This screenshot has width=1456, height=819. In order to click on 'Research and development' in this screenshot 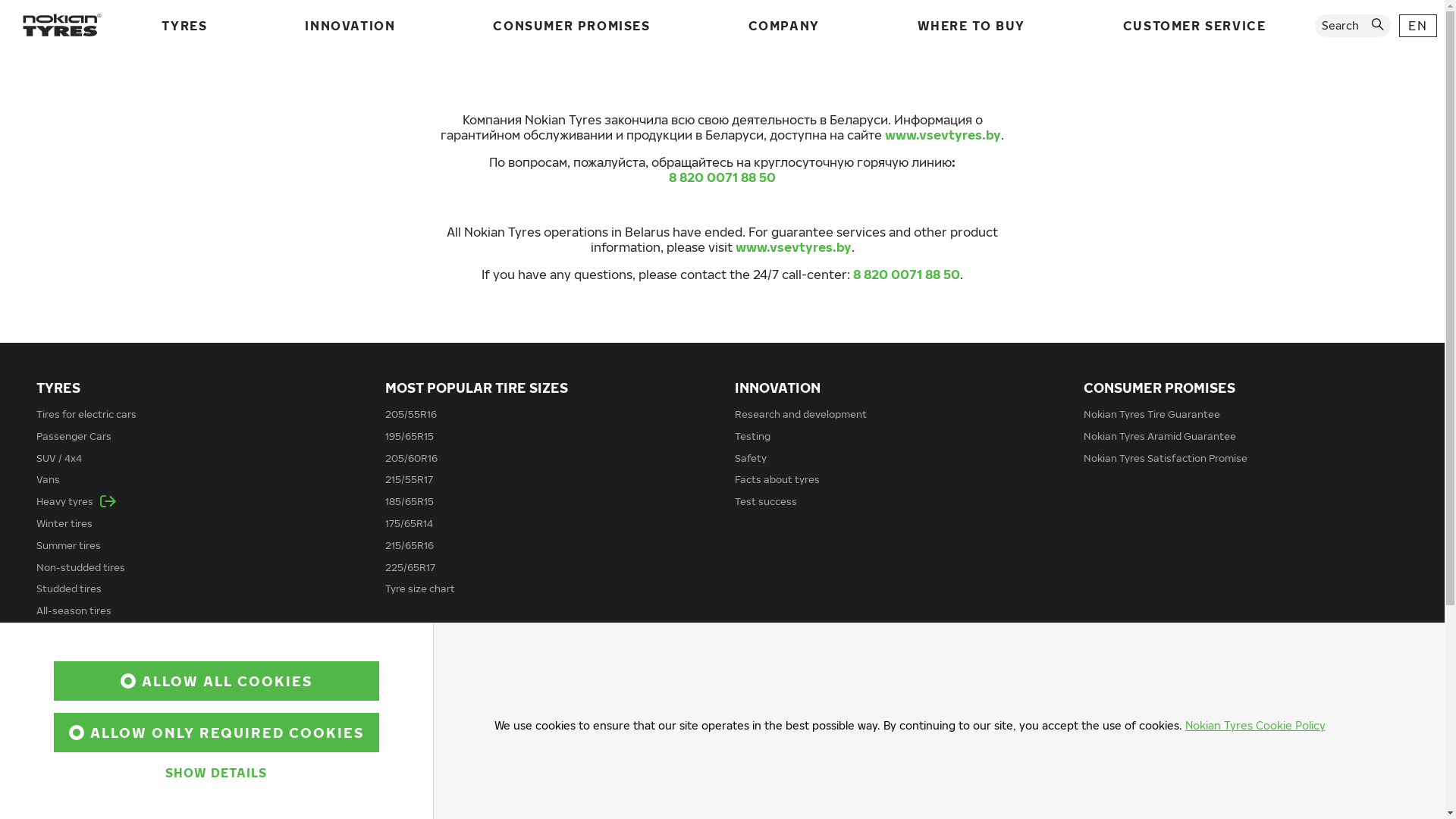, I will do `click(799, 414)`.